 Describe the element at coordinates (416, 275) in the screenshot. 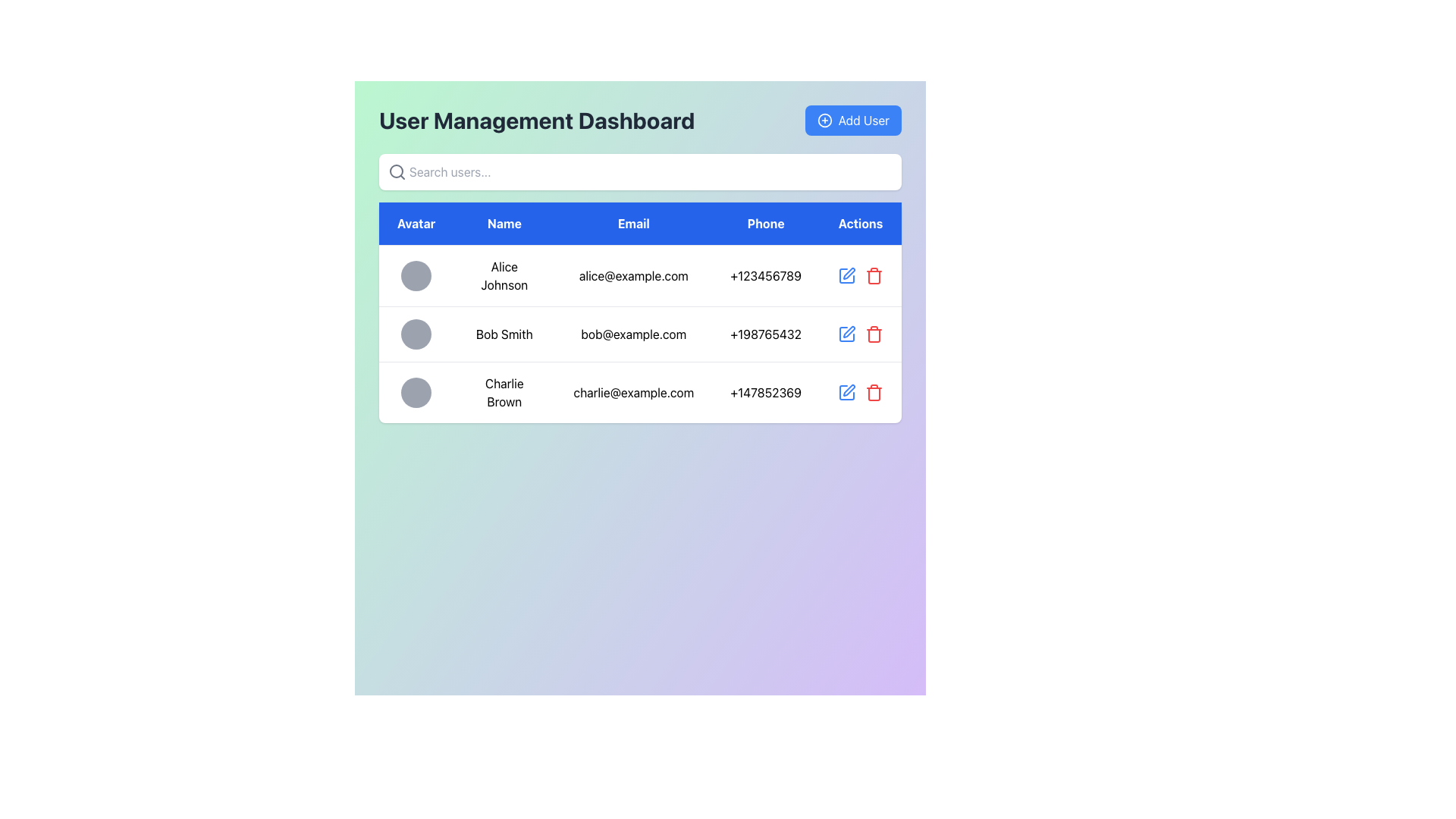

I see `the circular gray avatar placeholder located in the first row of the user information table under the 'Avatar' column, adjacent to 'Alice Johnson'` at that location.